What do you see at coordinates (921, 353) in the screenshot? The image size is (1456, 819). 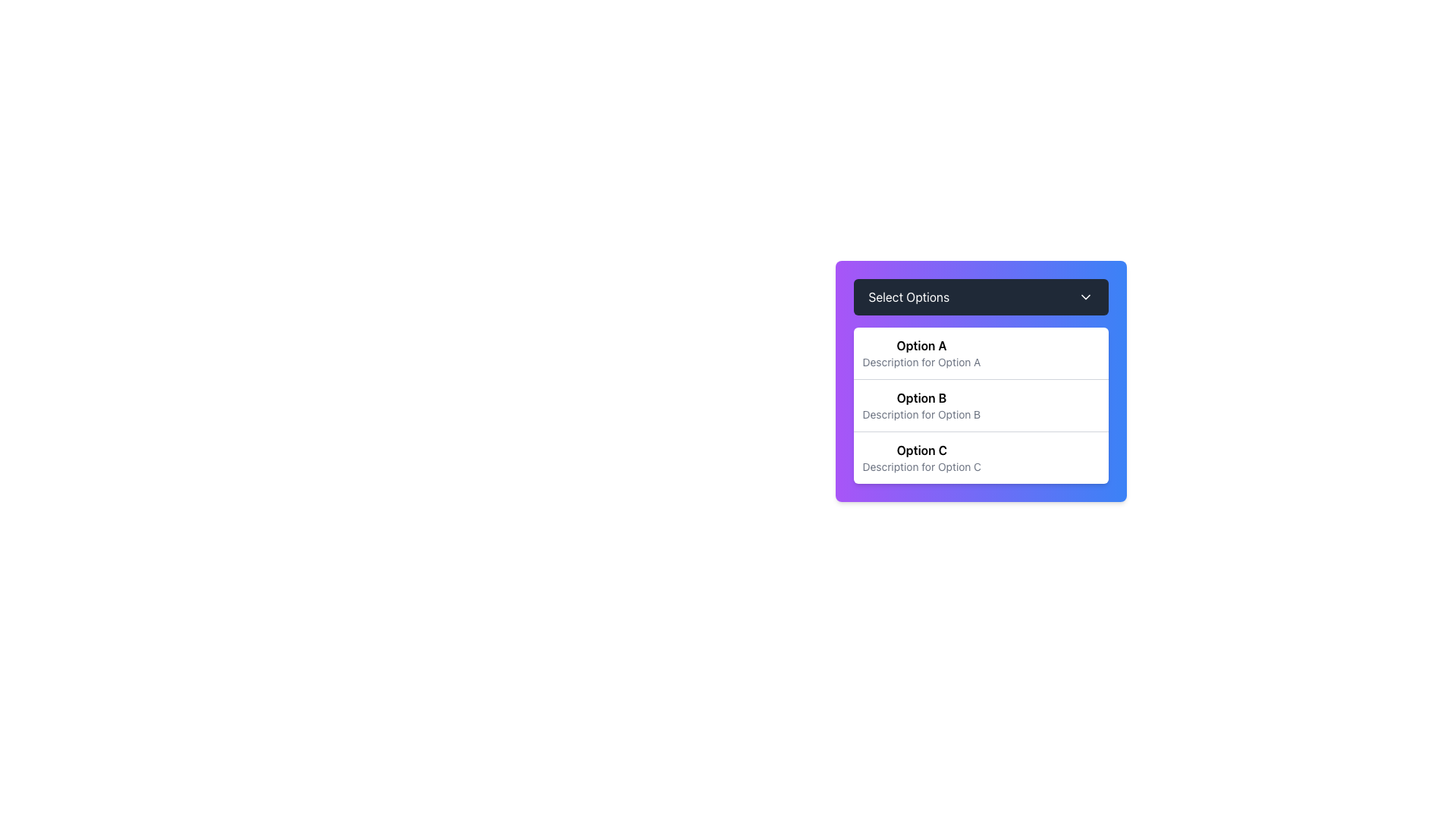 I see `the dropdown entry representing 'Option A' in the list of choices under the header 'Select Options'` at bounding box center [921, 353].